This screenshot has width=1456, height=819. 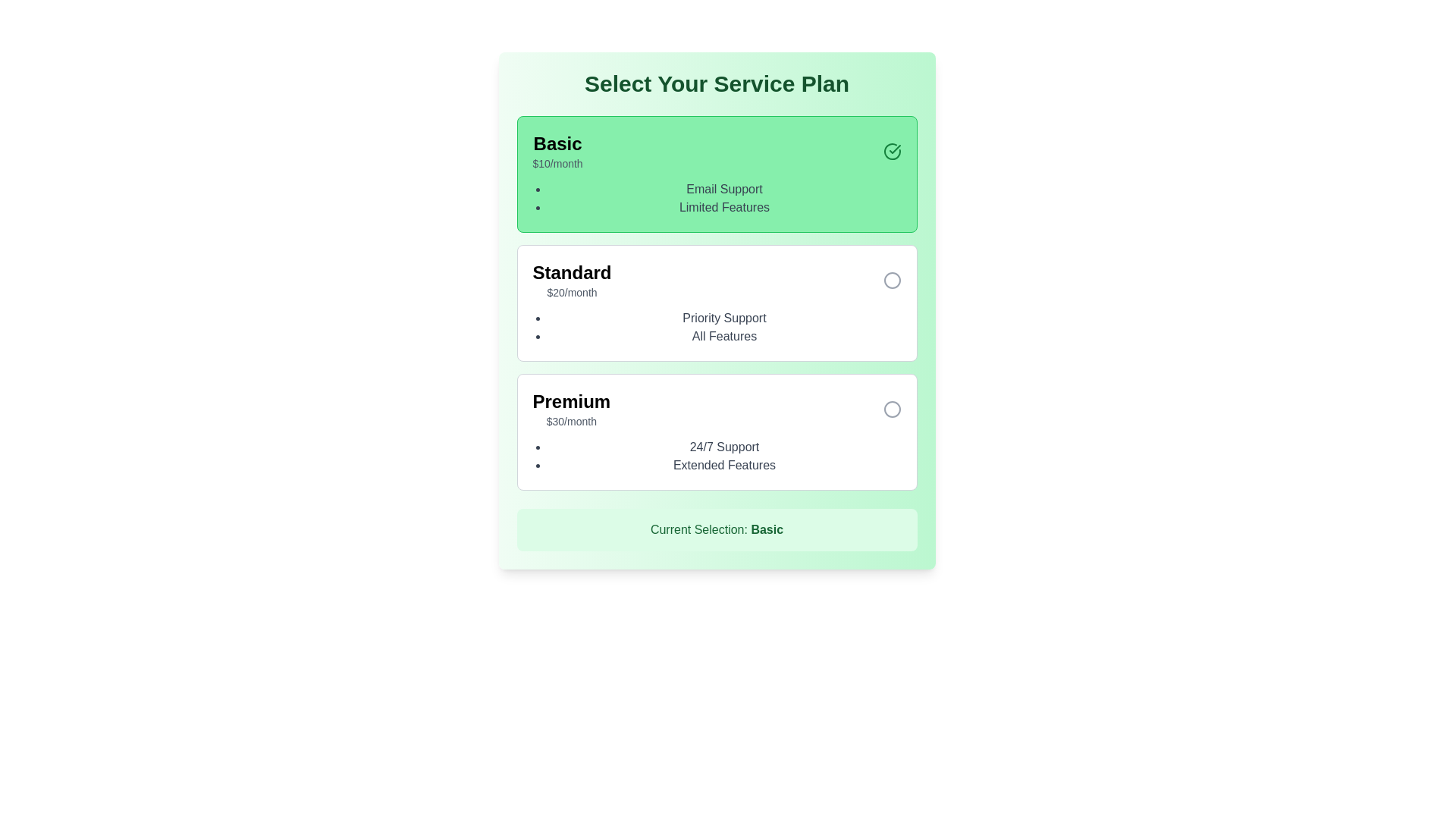 What do you see at coordinates (557, 143) in the screenshot?
I see `text of the static label identifying the pricing plan as 'Basic' with the price '$10/month', located at the top-left of the green card` at bounding box center [557, 143].